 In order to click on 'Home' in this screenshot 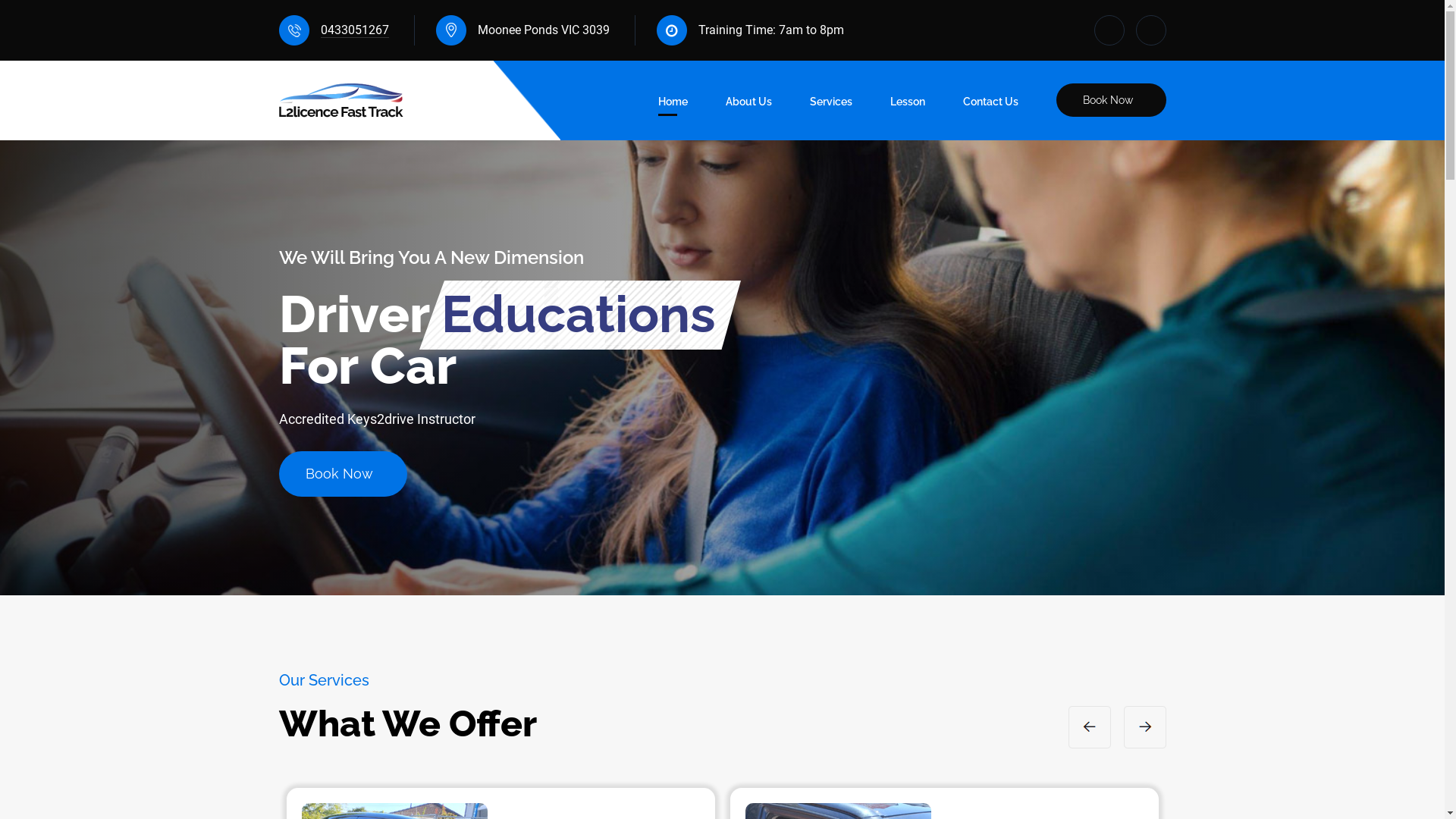, I will do `click(672, 104)`.